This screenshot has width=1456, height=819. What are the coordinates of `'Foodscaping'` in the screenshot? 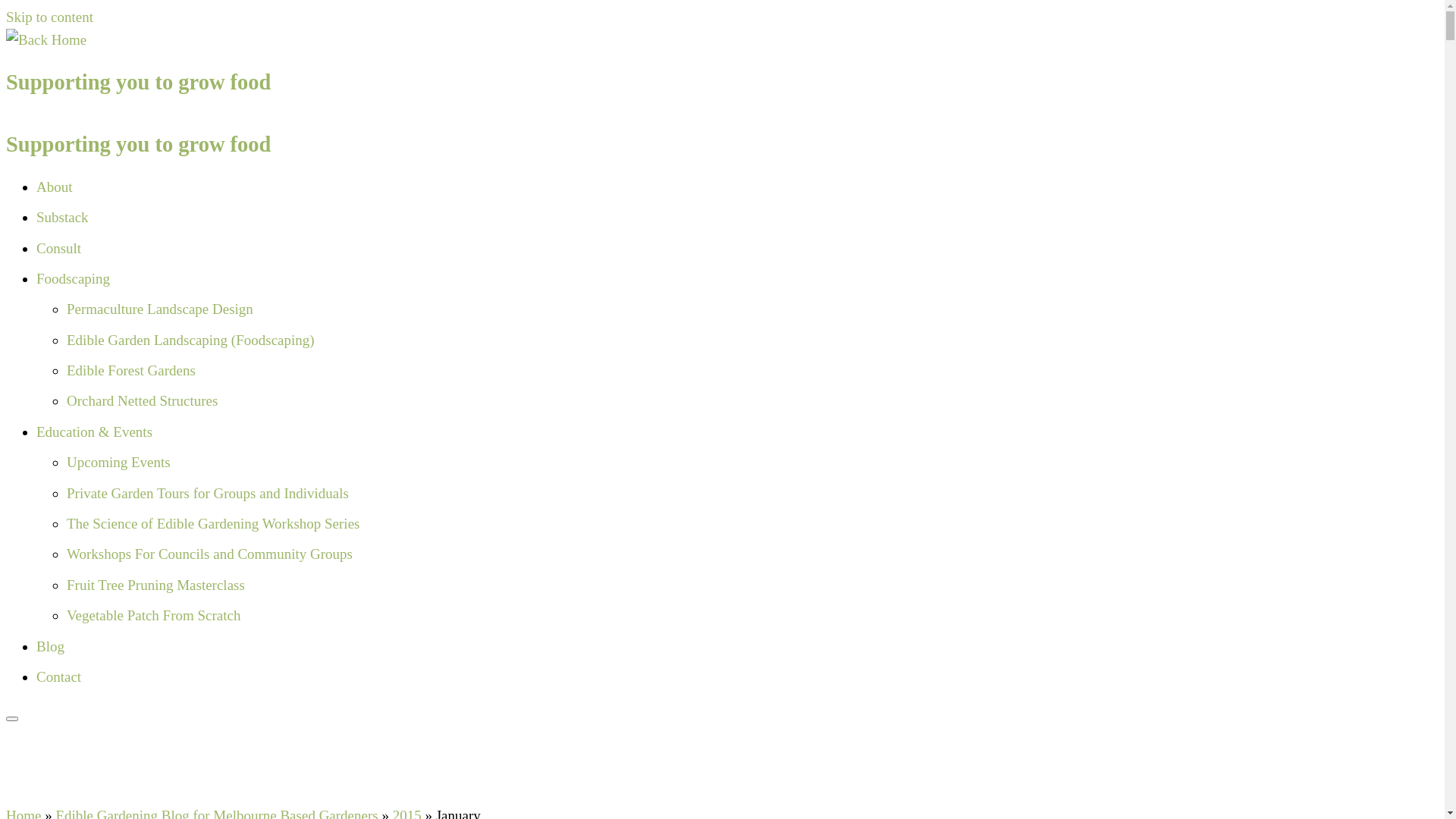 It's located at (36, 278).